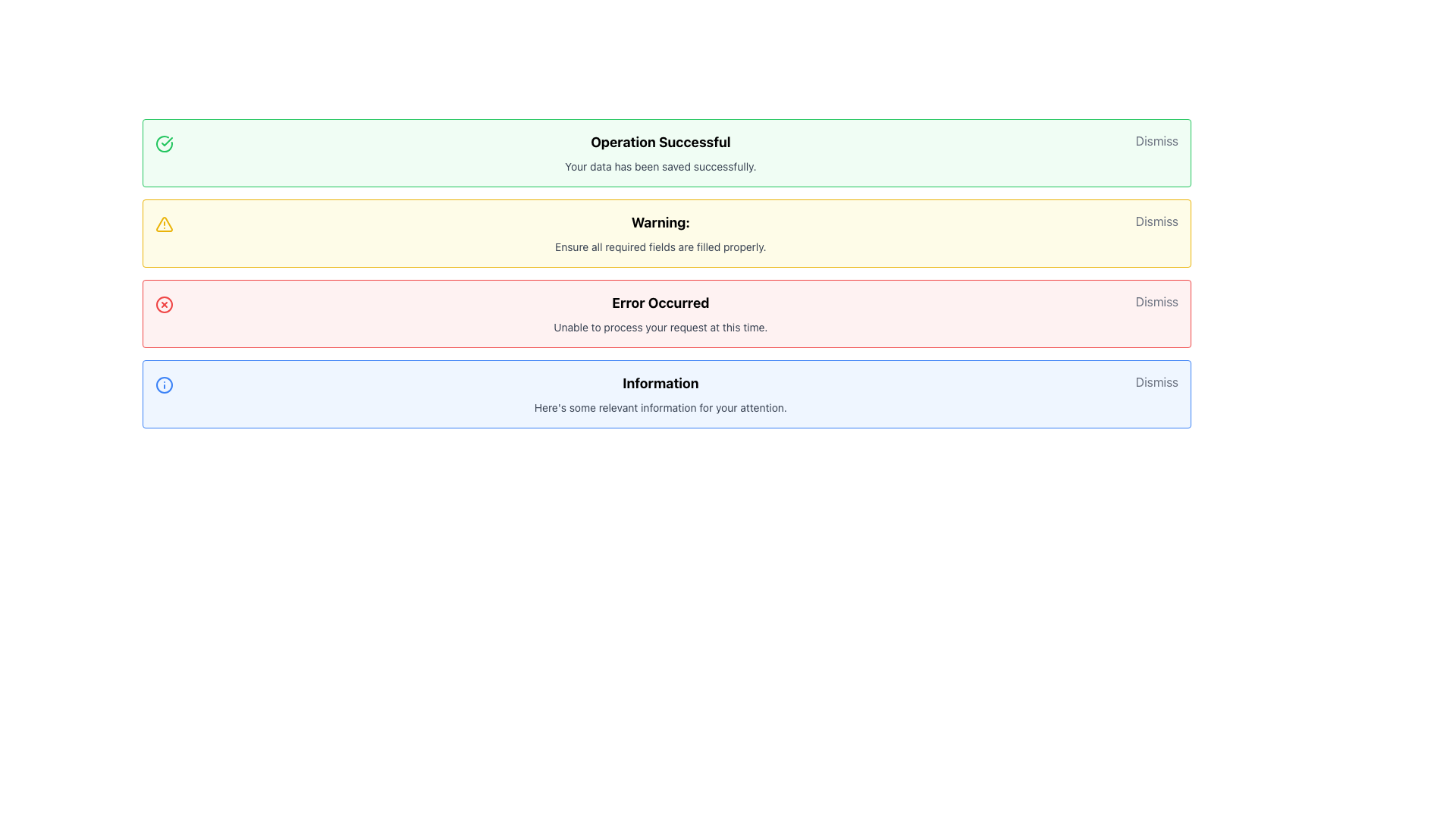 This screenshot has width=1456, height=819. Describe the element at coordinates (164, 224) in the screenshot. I see `the warning icon located in the second row of messages with a light yellow background, positioned to the left of the text content` at that location.